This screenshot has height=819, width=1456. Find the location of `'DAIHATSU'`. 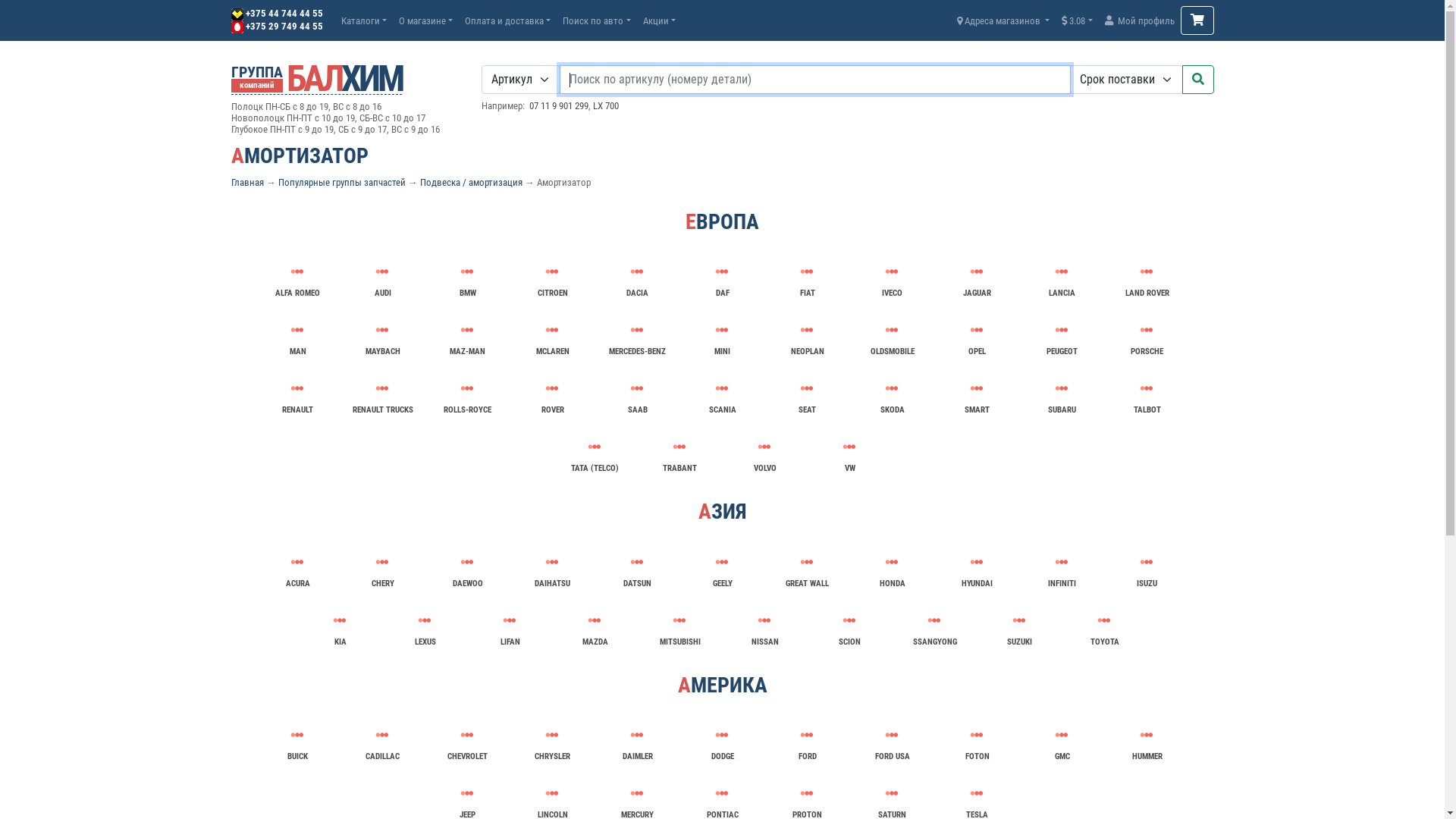

'DAIHATSU' is located at coordinates (551, 567).